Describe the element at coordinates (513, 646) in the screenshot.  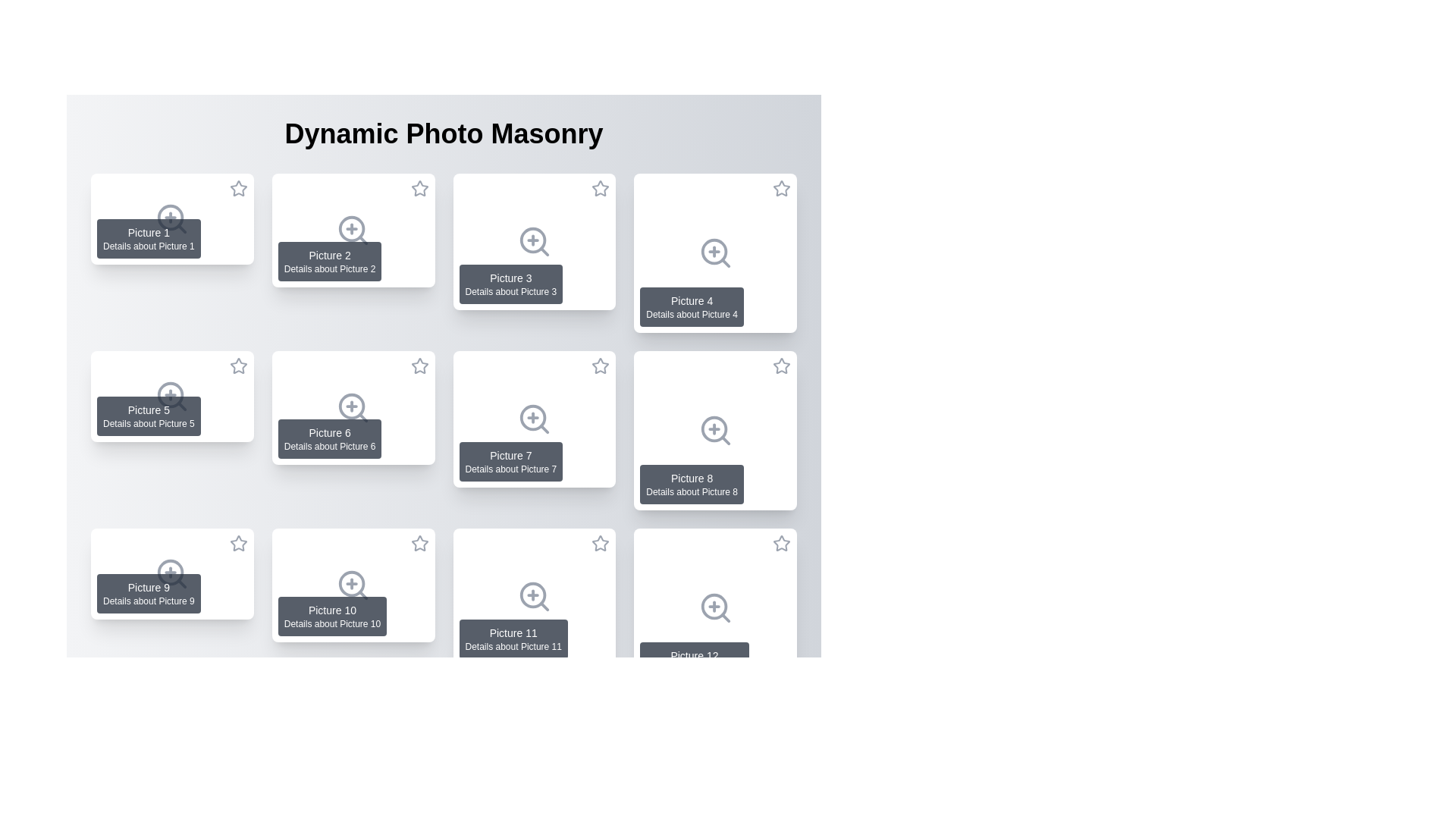
I see `the subtitle or description text label located in the bottom section of the card labeled 'Picture 11', specifically the second and smaller text component at the lower-left corner` at that location.